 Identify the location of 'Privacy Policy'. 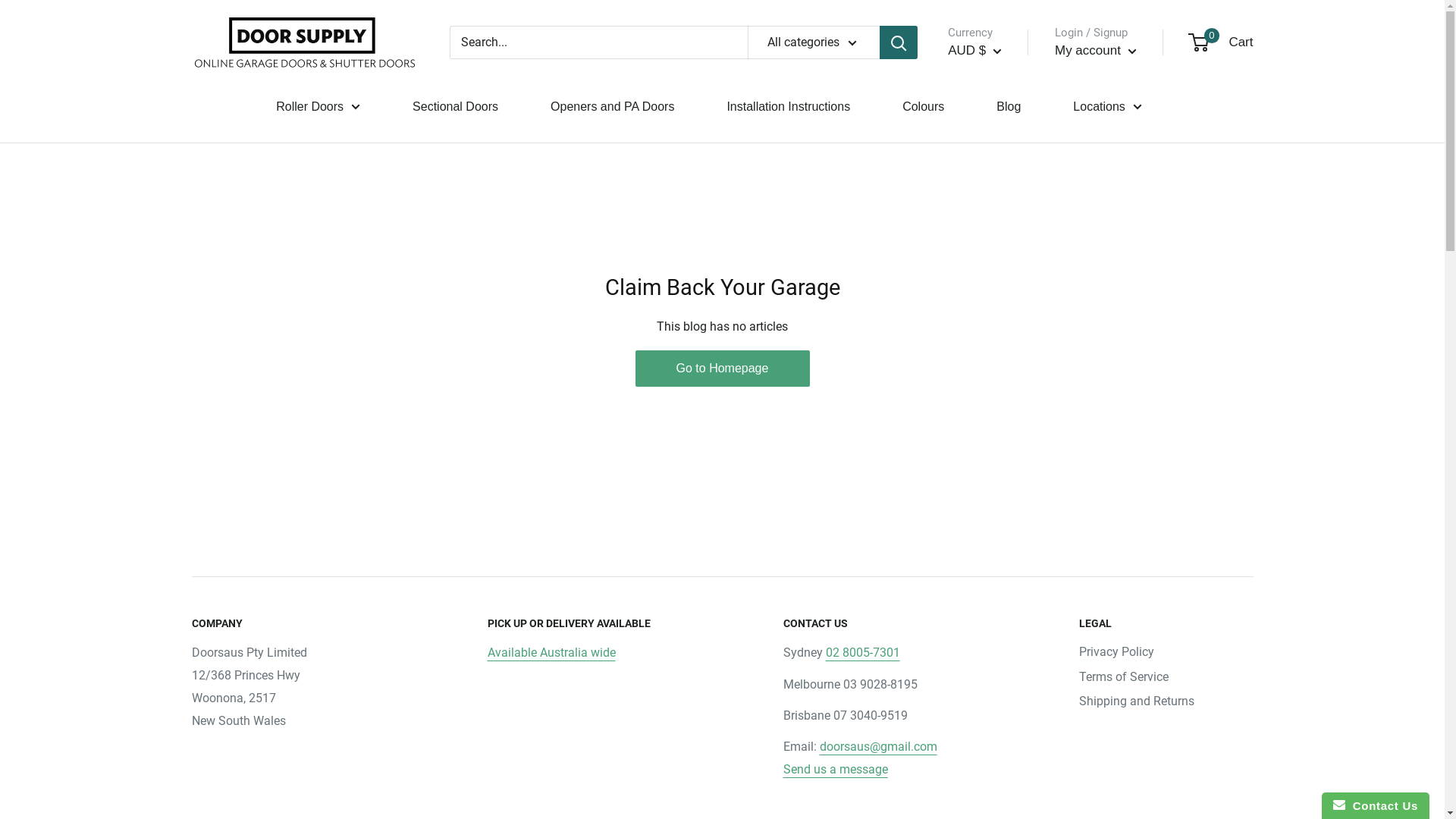
(1164, 651).